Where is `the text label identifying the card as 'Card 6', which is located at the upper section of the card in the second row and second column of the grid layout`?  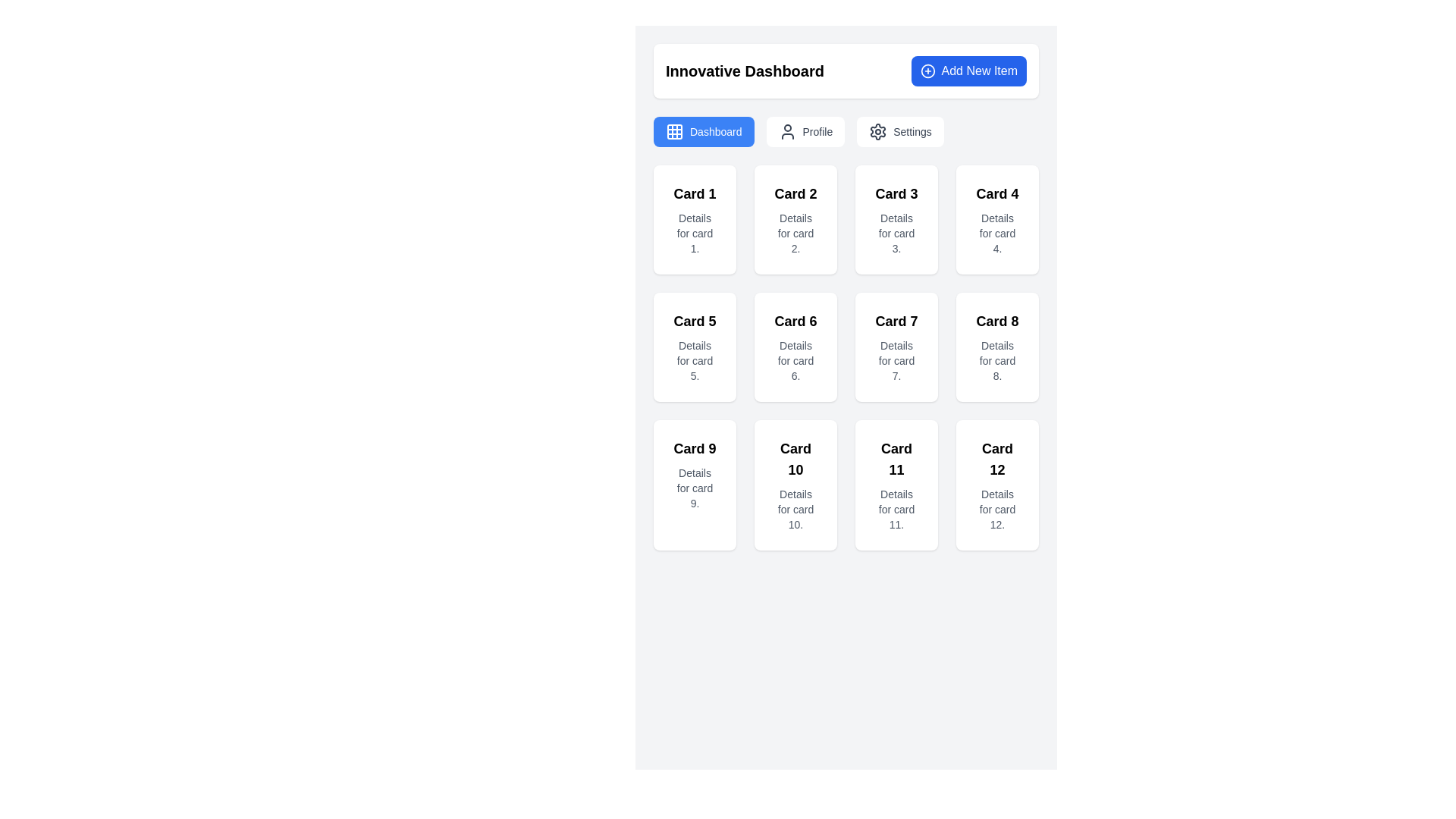 the text label identifying the card as 'Card 6', which is located at the upper section of the card in the second row and second column of the grid layout is located at coordinates (795, 321).